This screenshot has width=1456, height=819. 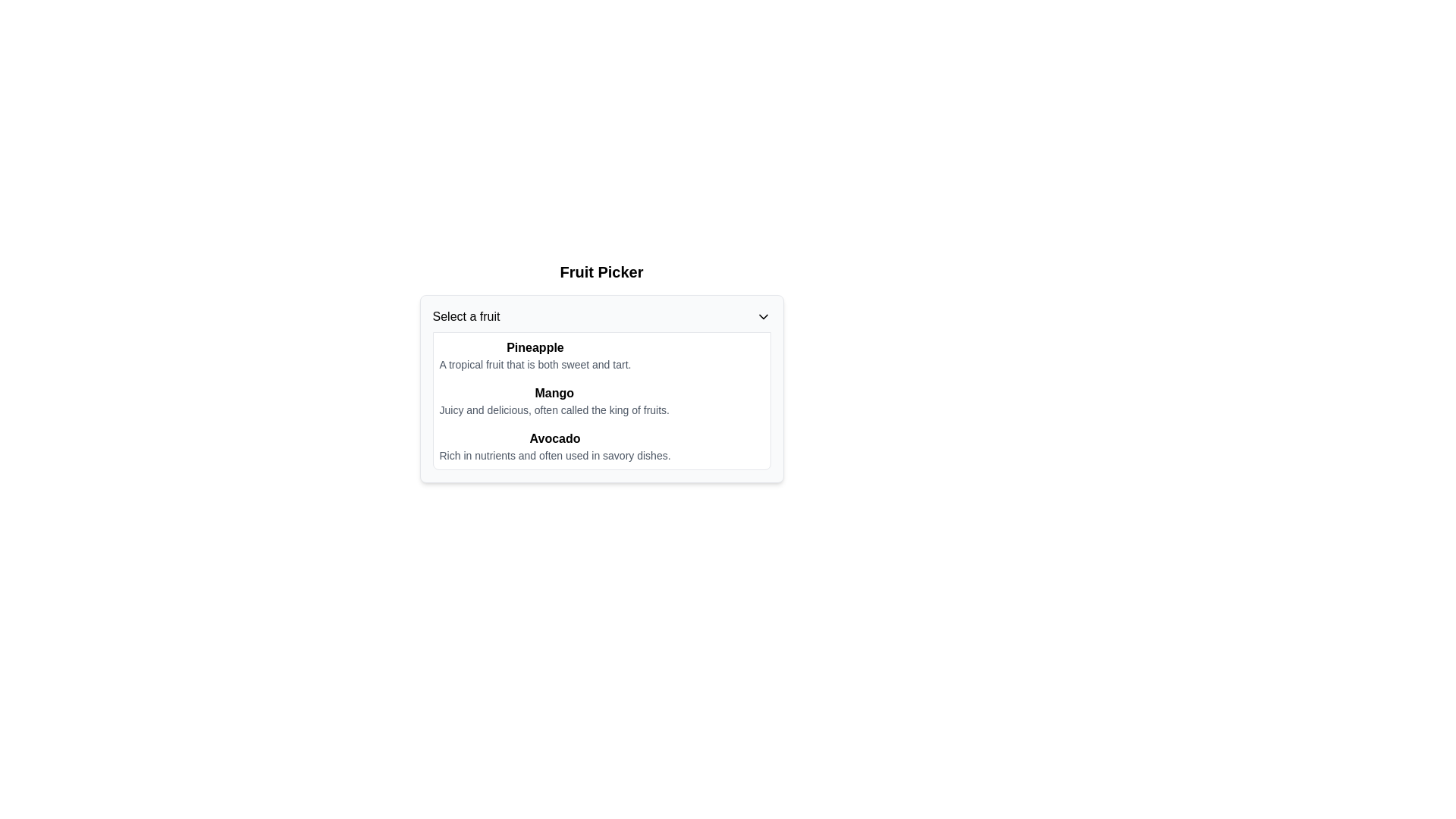 What do you see at coordinates (763, 315) in the screenshot?
I see `the downward-pointing chevron icon next to the 'Select a fruit' dropdown menu` at bounding box center [763, 315].